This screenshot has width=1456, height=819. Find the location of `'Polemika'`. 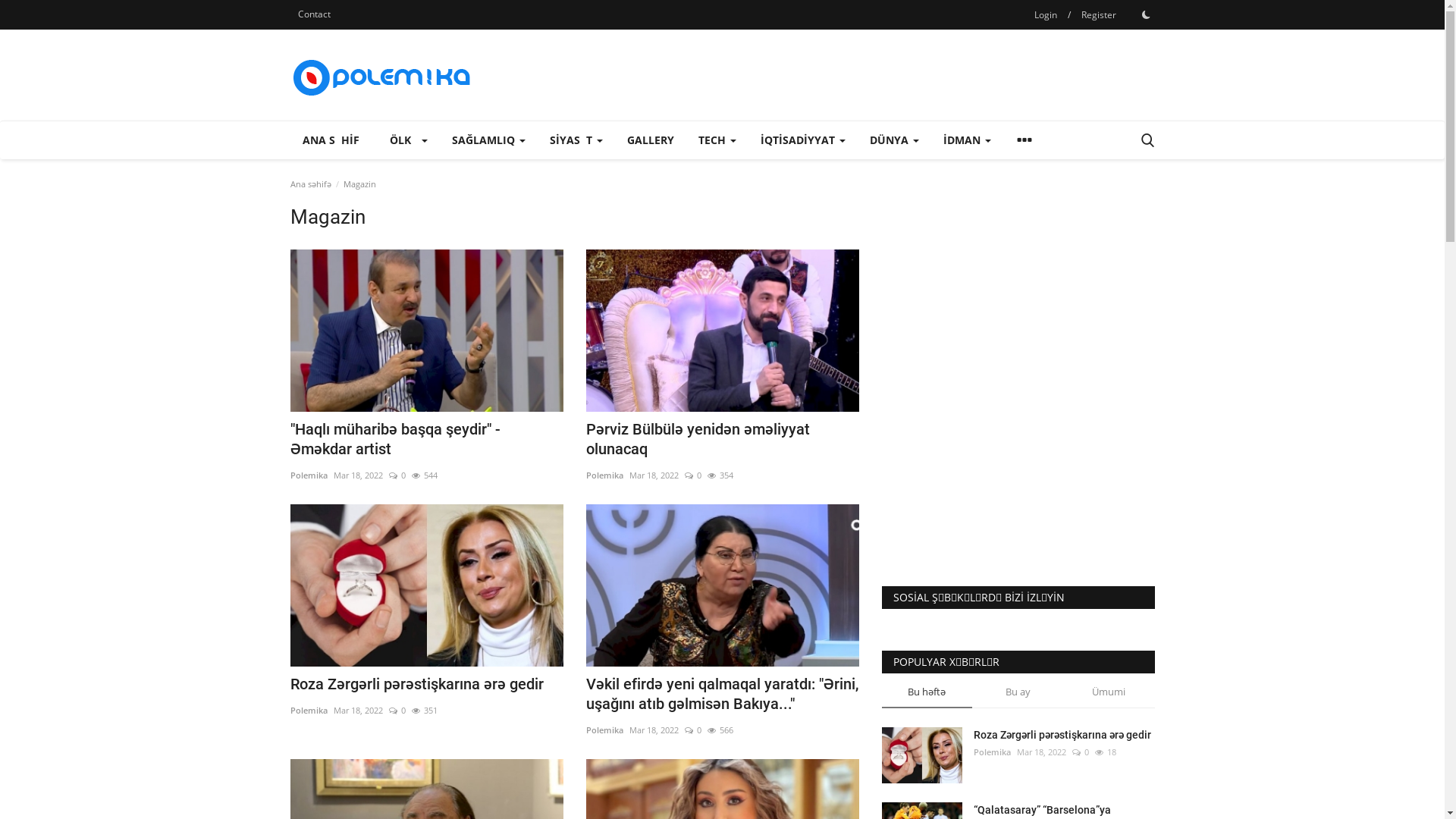

'Polemika' is located at coordinates (603, 475).